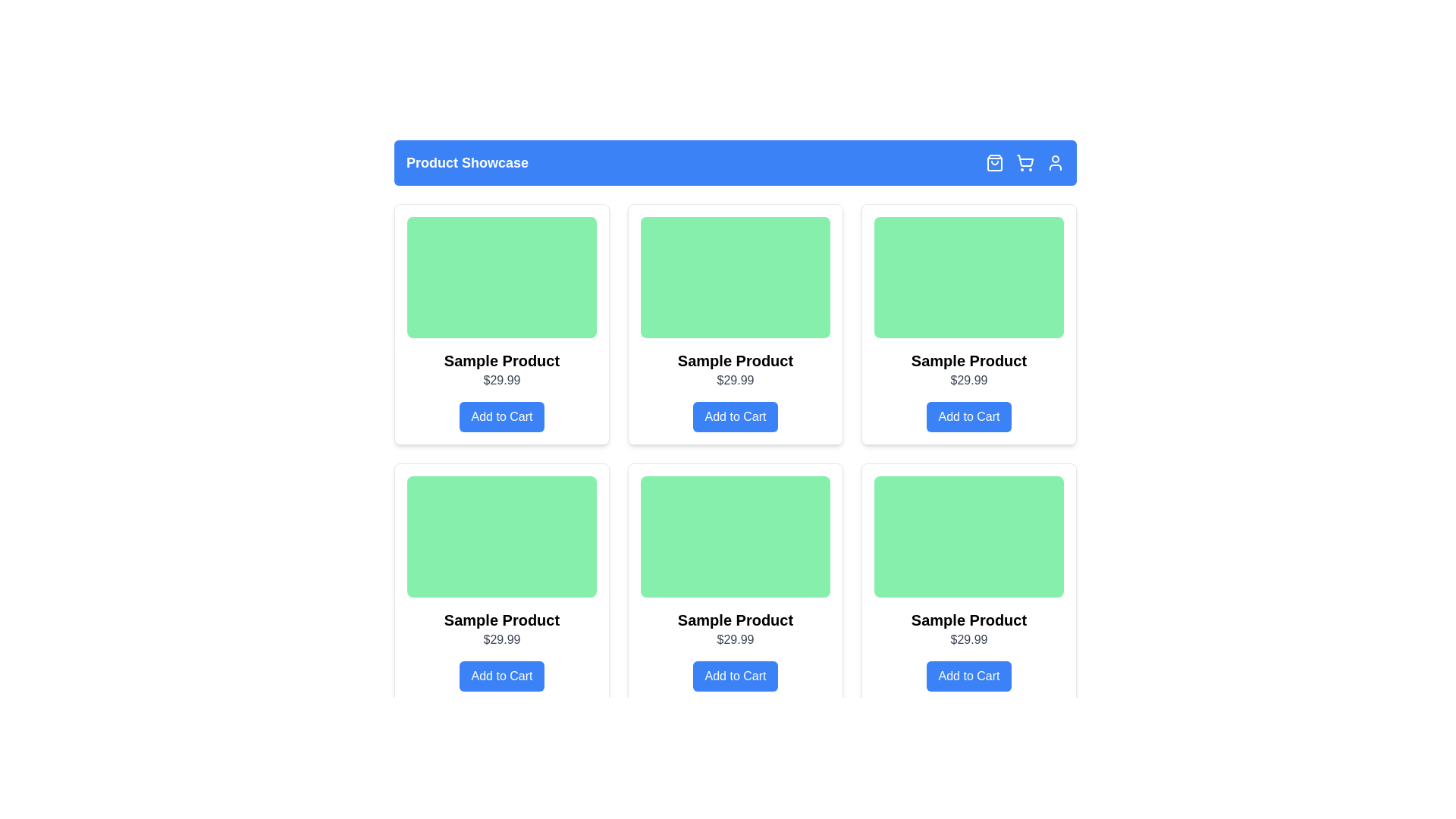  I want to click on the product title displayed, so click(968, 360).